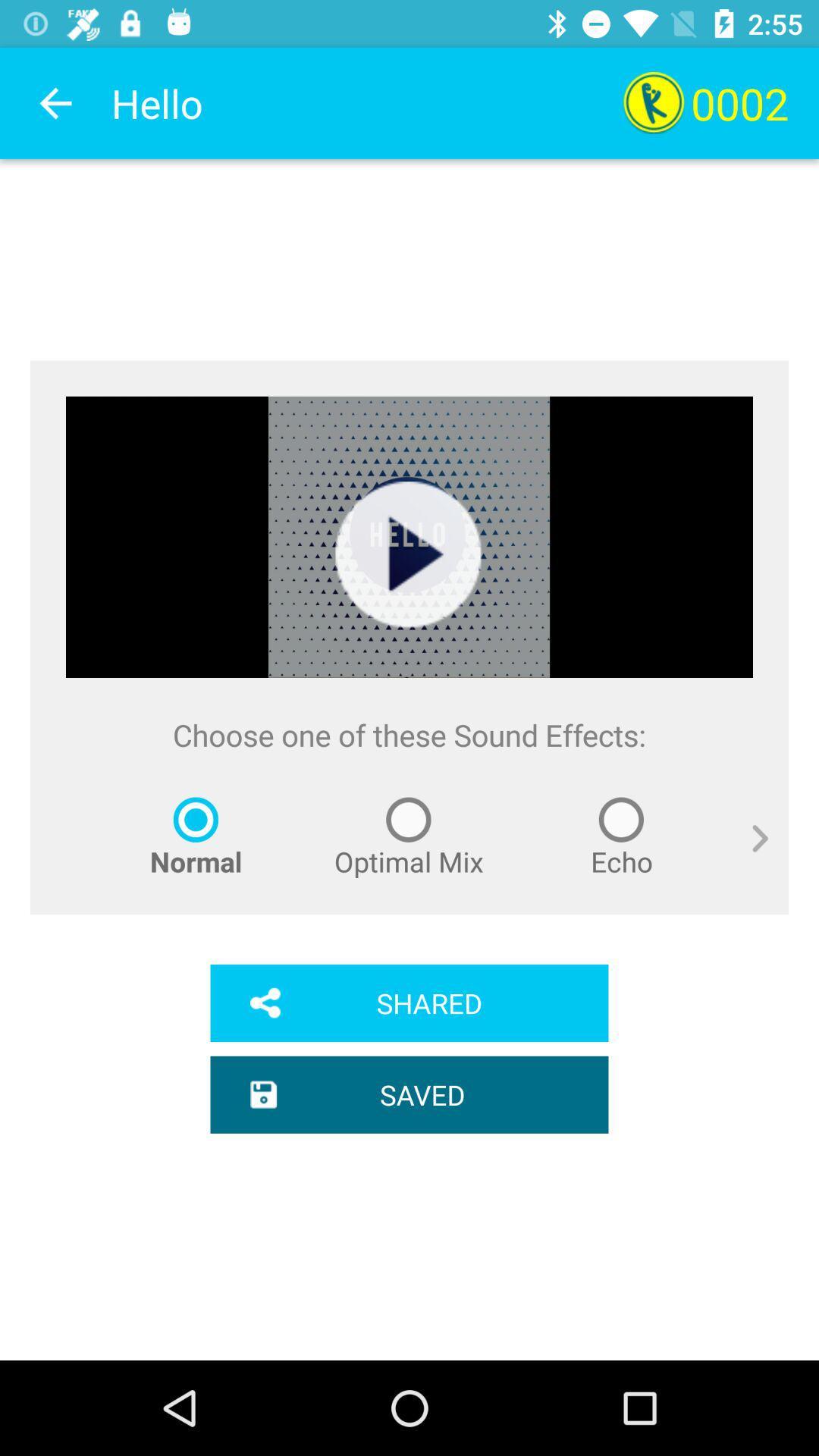  What do you see at coordinates (409, 1003) in the screenshot?
I see `the item below normal icon` at bounding box center [409, 1003].